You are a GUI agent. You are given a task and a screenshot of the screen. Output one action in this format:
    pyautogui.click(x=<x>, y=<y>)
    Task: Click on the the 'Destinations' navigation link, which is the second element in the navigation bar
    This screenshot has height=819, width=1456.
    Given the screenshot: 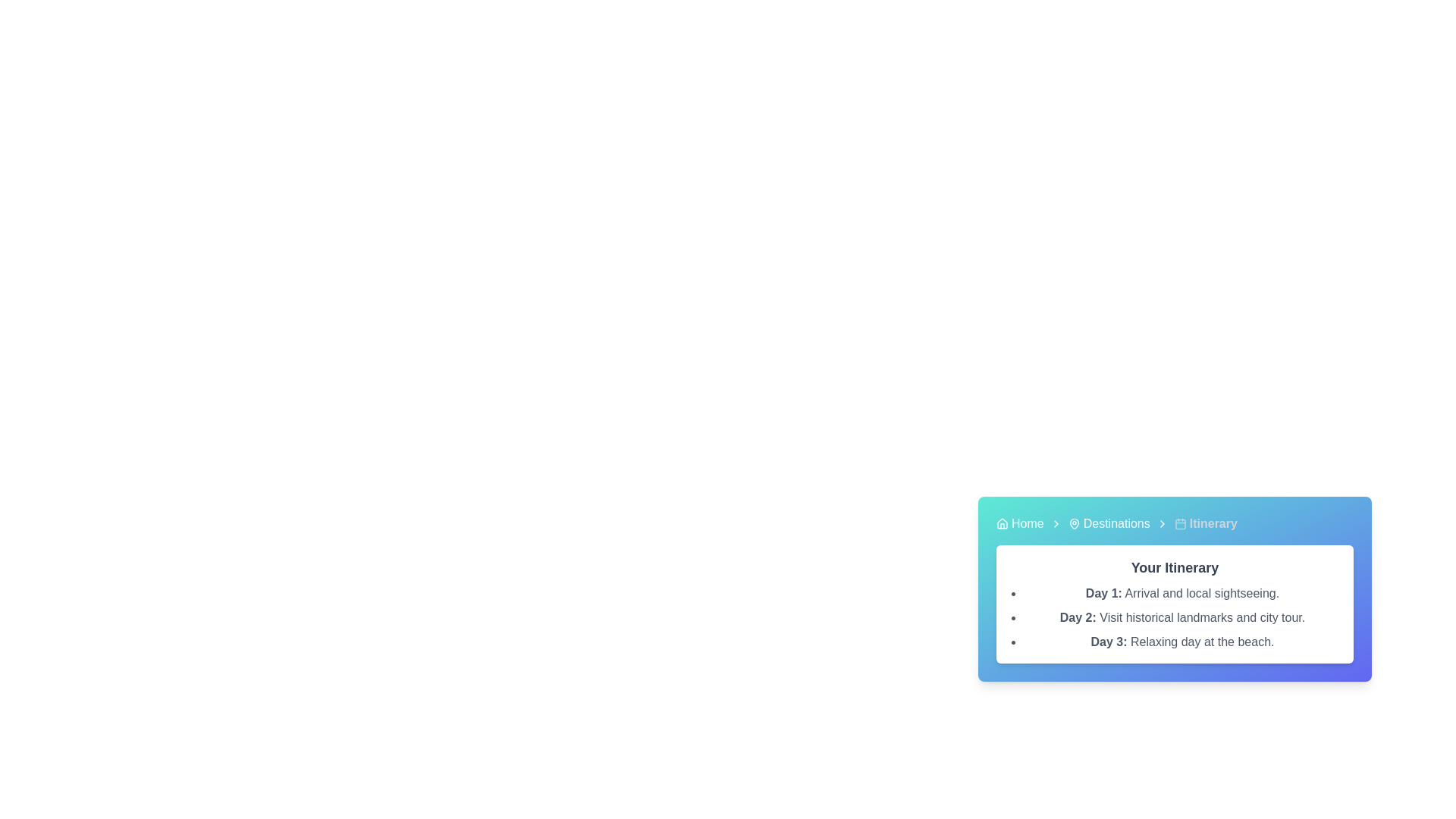 What is the action you would take?
    pyautogui.click(x=1109, y=522)
    